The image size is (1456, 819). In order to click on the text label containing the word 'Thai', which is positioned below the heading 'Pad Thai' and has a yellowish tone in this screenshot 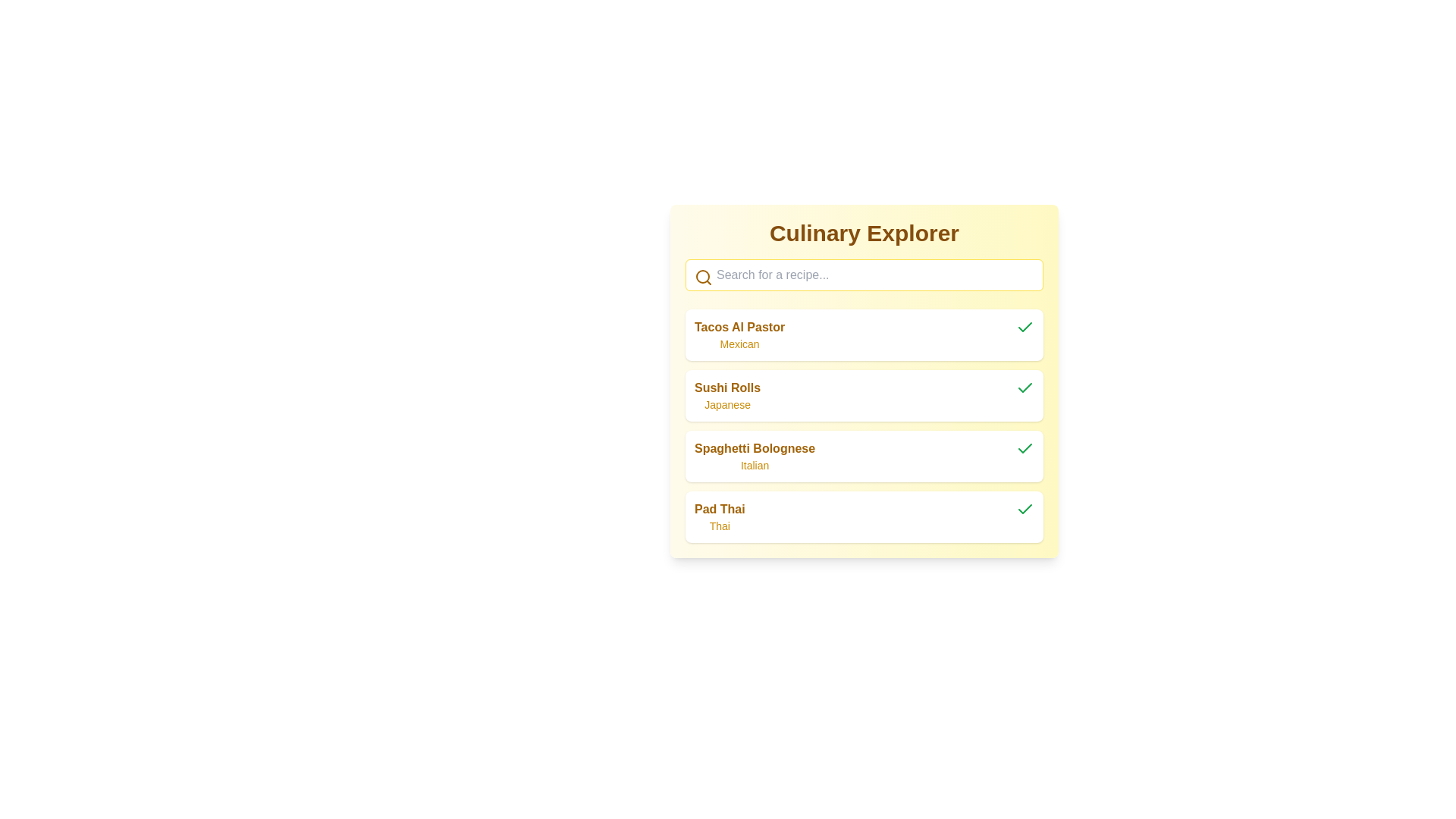, I will do `click(719, 526)`.